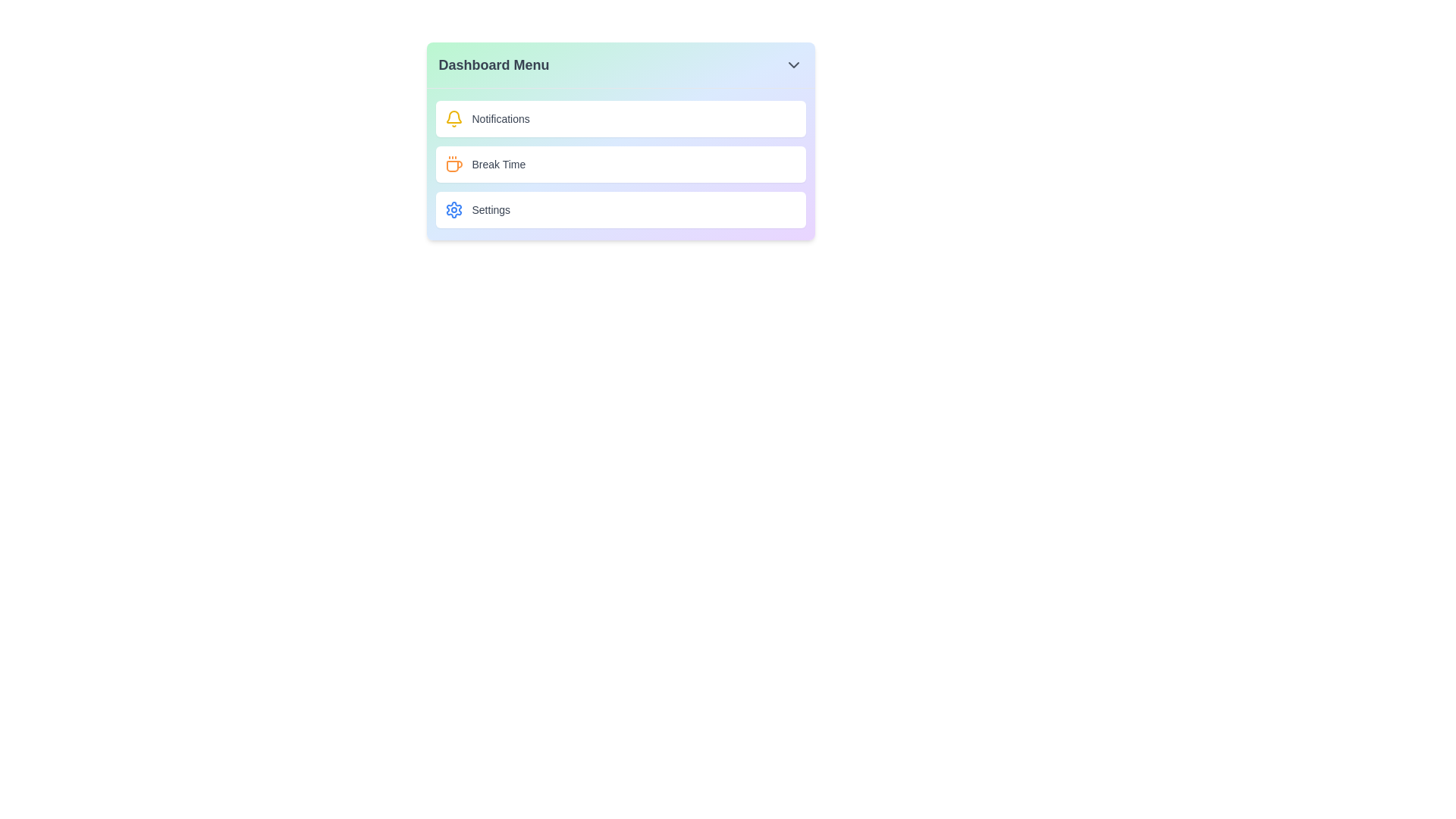 The height and width of the screenshot is (819, 1456). Describe the element at coordinates (491, 210) in the screenshot. I see `the 'Settings' label in the 'Dashboard Menu' which is the third menu item in a vertical list, indicating its purpose or category` at that location.